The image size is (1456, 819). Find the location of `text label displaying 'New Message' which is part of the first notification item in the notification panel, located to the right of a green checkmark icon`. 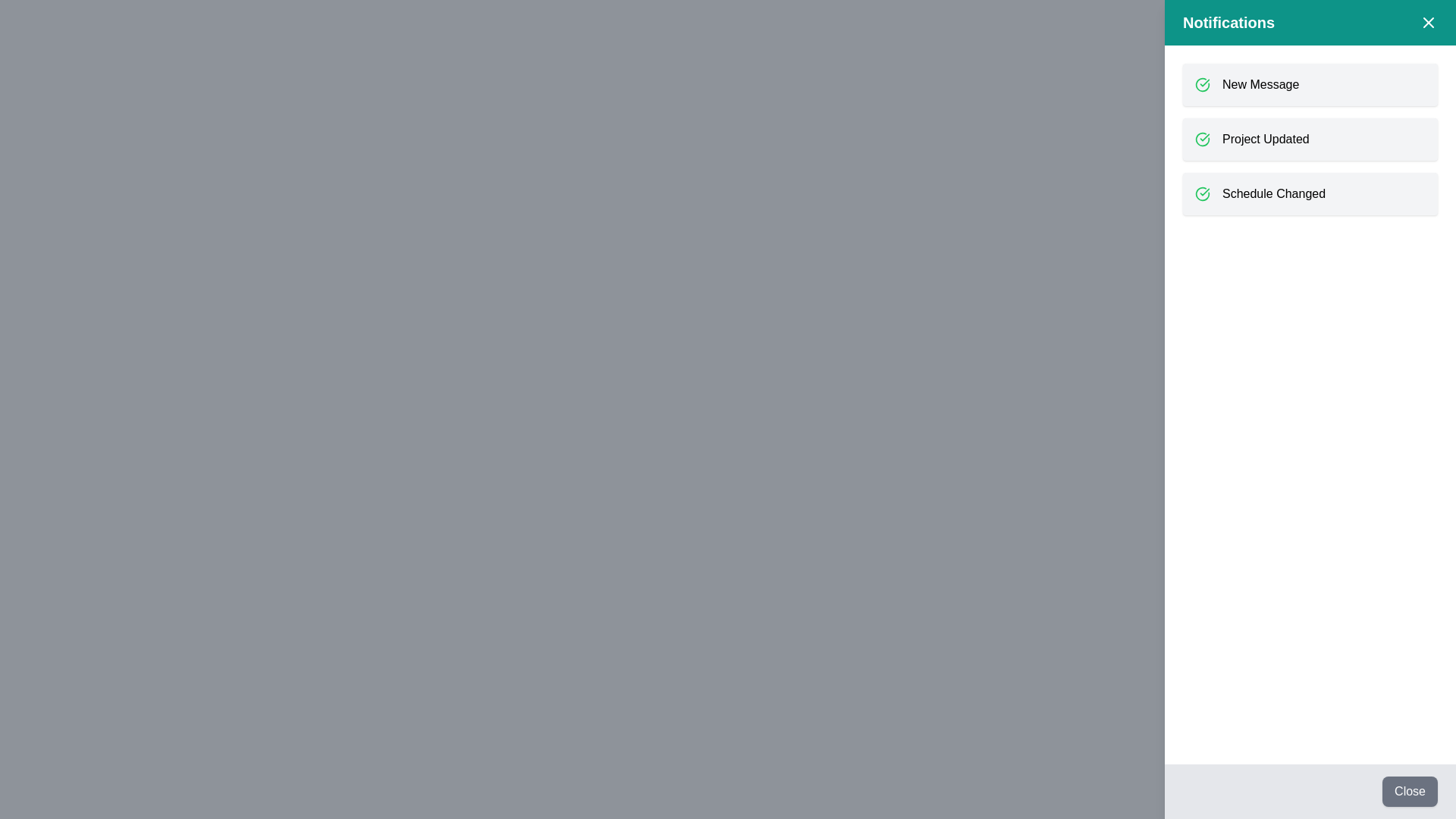

text label displaying 'New Message' which is part of the first notification item in the notification panel, located to the right of a green checkmark icon is located at coordinates (1260, 84).